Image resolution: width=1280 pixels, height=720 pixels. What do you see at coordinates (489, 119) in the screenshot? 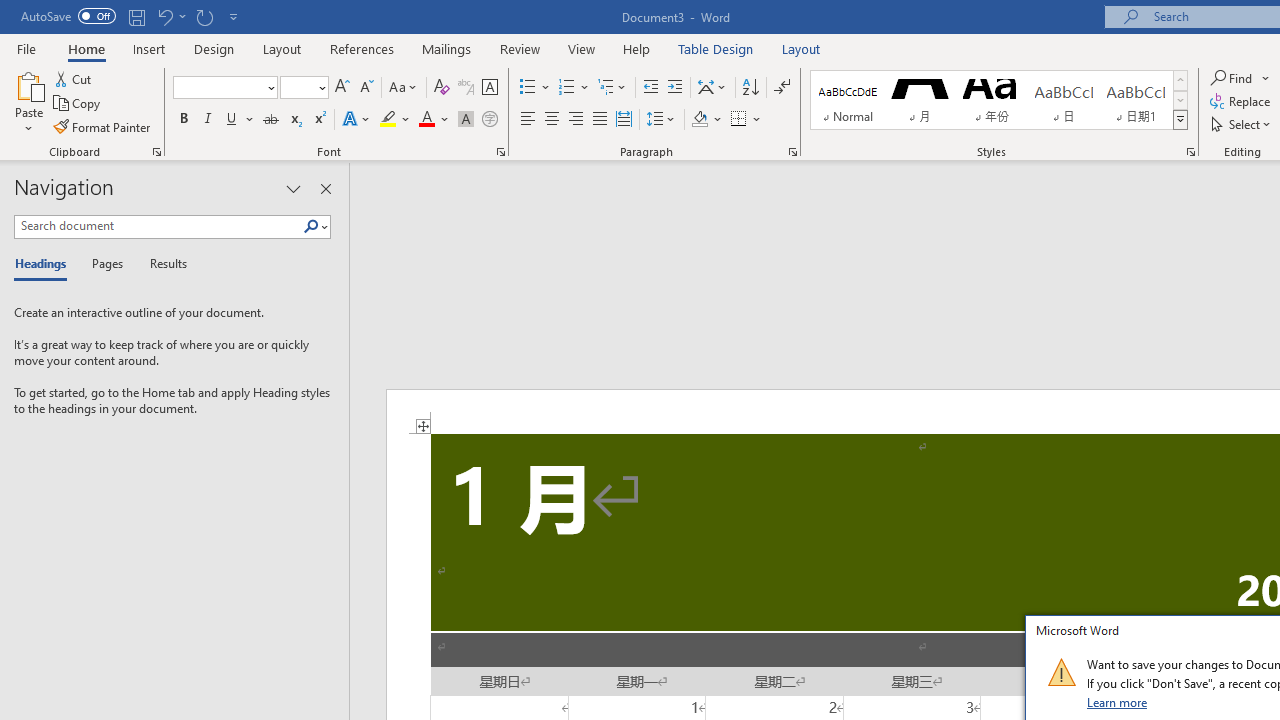
I see `'Enclose Characters...'` at bounding box center [489, 119].